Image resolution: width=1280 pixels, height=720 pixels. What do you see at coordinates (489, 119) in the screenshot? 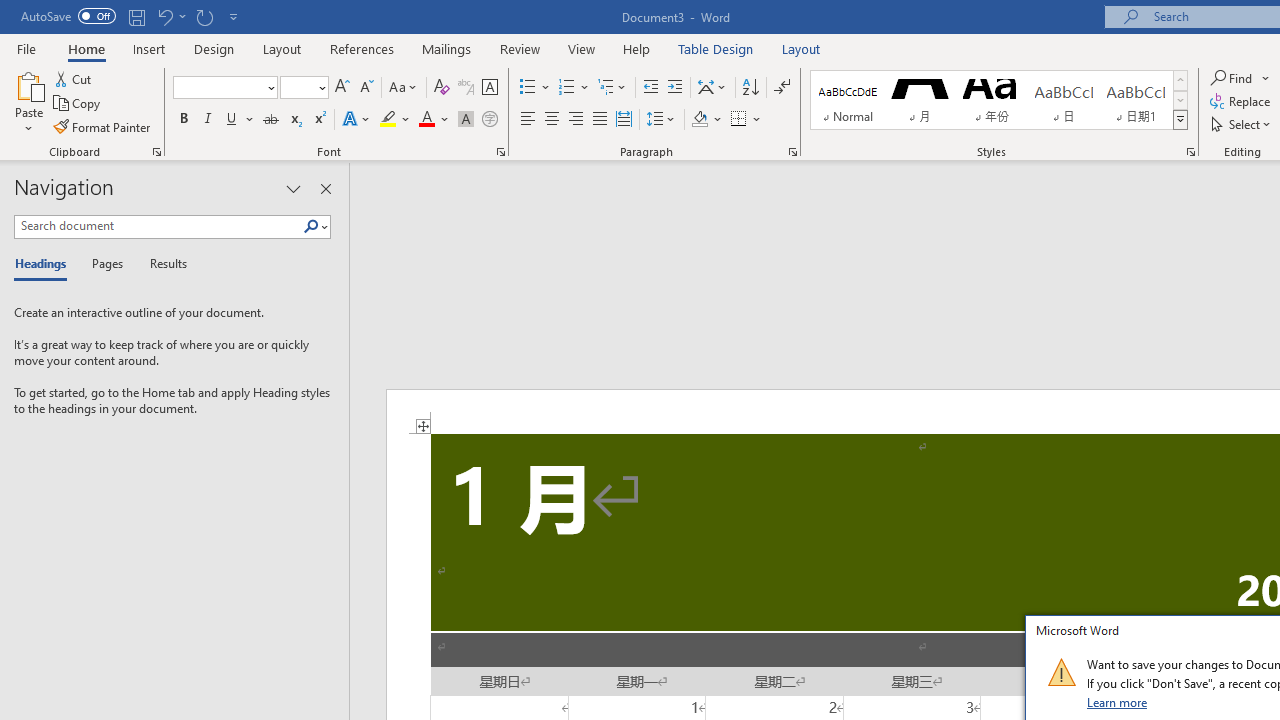
I see `'Enclose Characters...'` at bounding box center [489, 119].